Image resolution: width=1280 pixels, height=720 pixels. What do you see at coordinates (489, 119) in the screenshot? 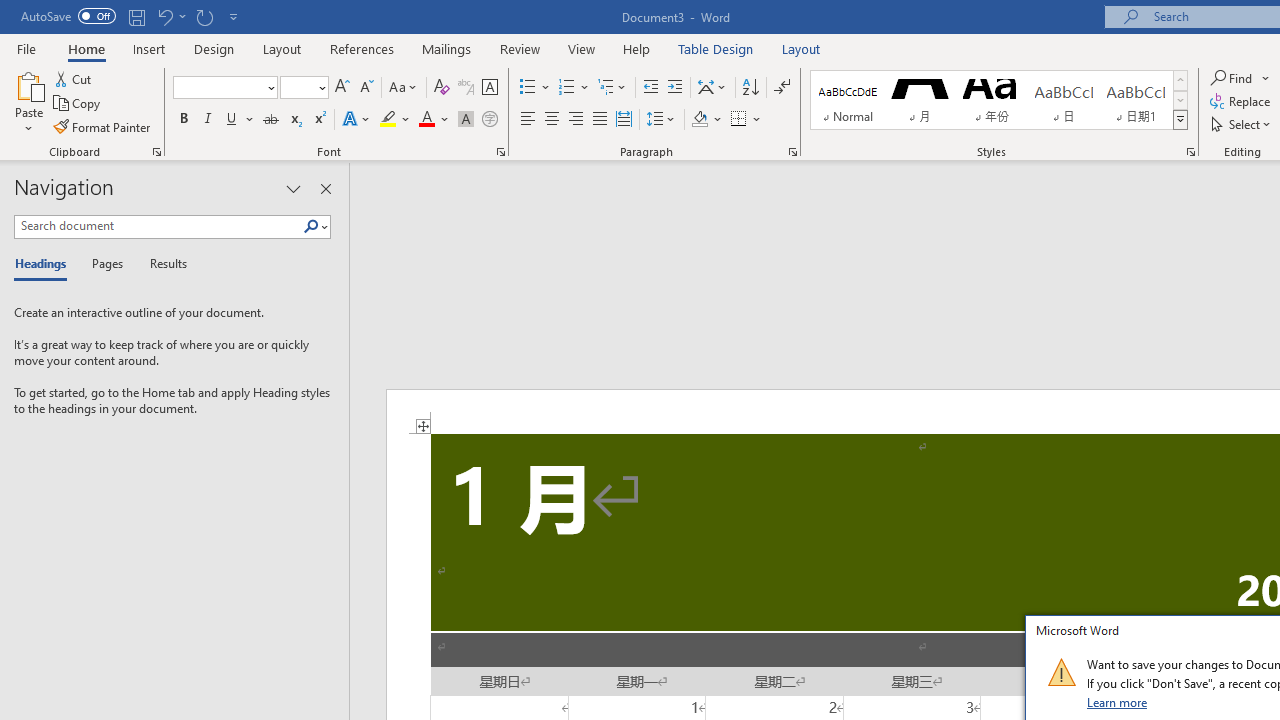
I see `'Enclose Characters...'` at bounding box center [489, 119].